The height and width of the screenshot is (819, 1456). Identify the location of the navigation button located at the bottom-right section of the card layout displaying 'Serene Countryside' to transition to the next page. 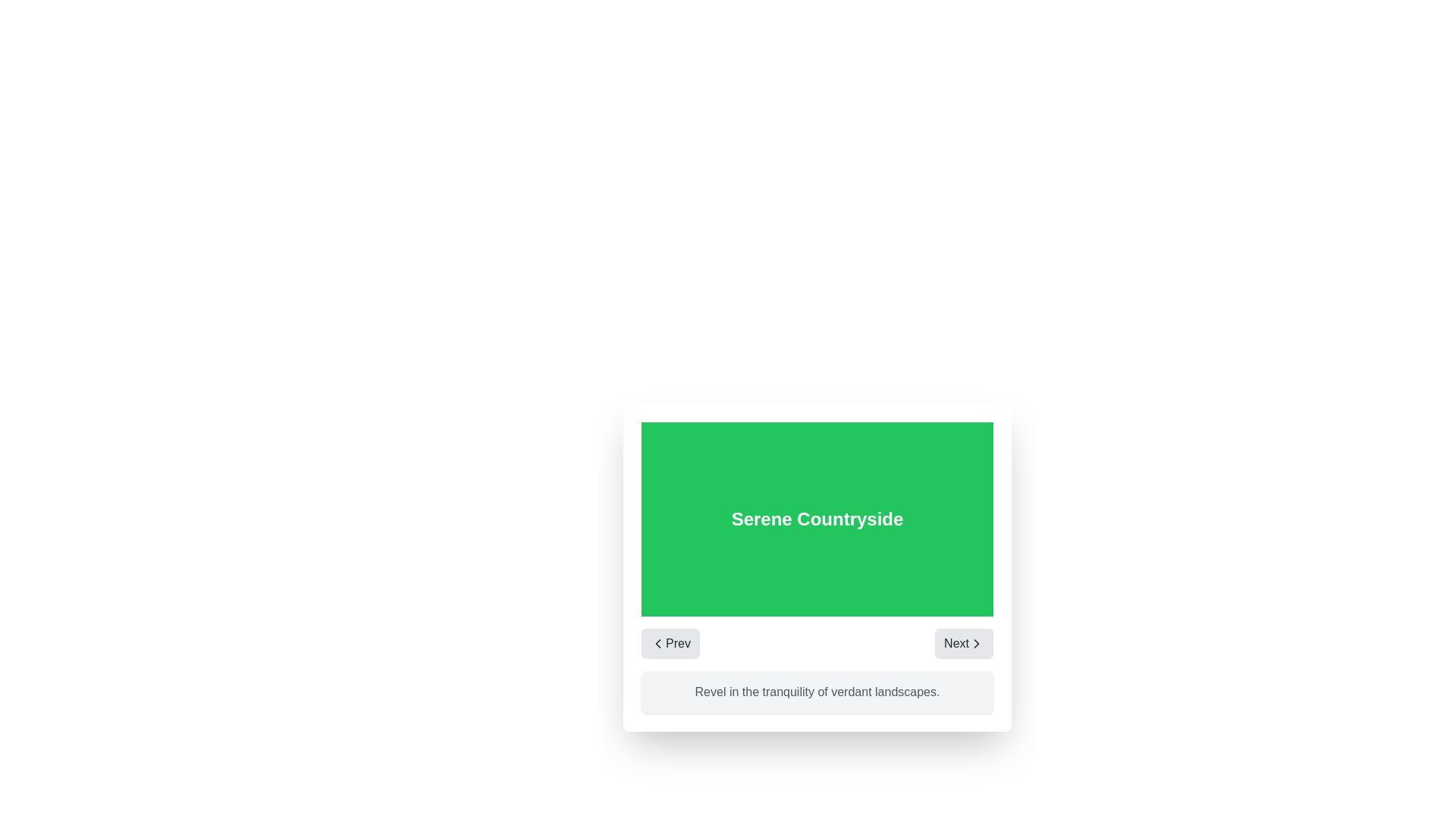
(963, 643).